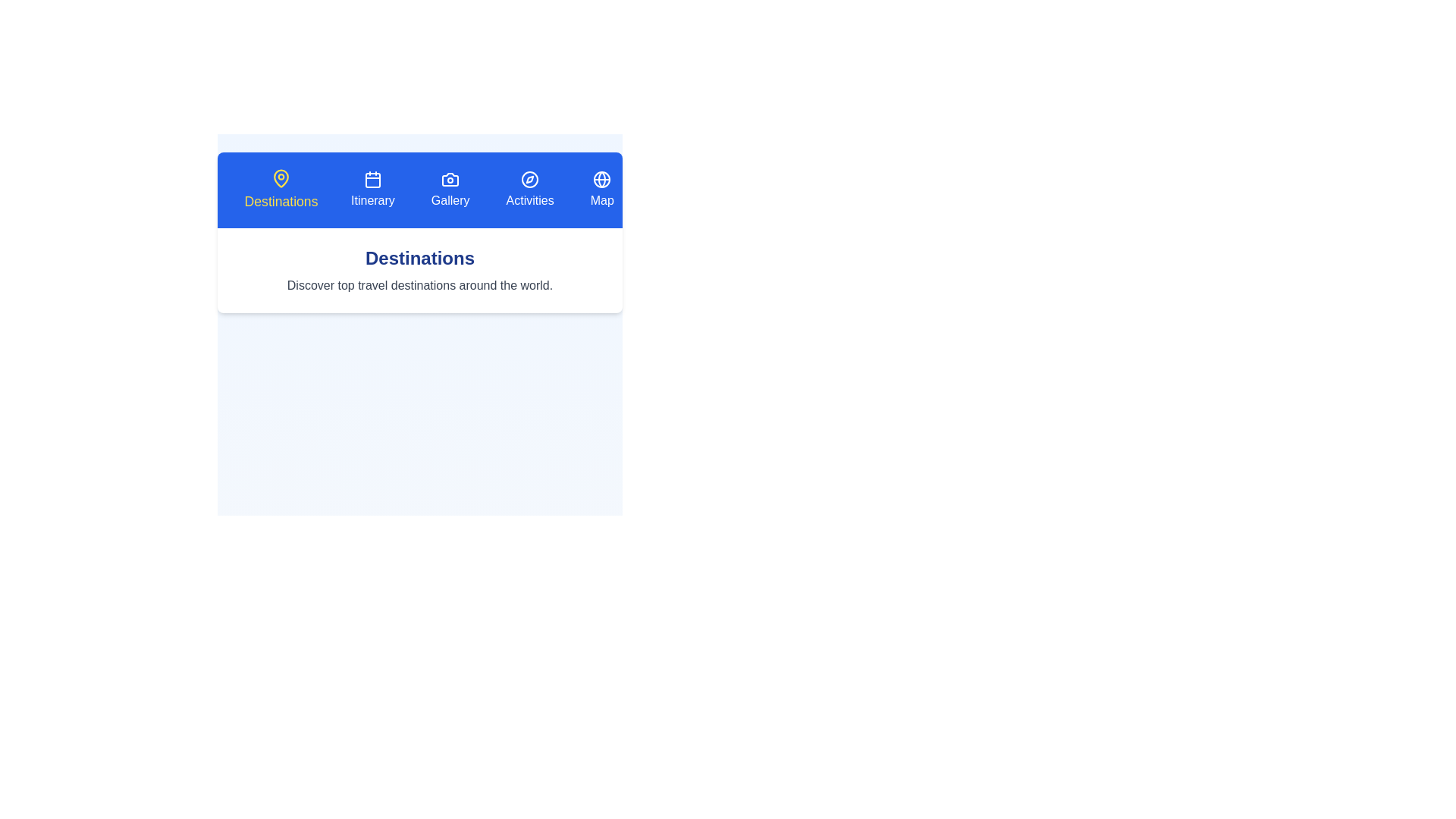  What do you see at coordinates (530, 178) in the screenshot?
I see `compass needle icon visually represented within the compass icon in the top blue navigation bar, which is the fourth icon from the left` at bounding box center [530, 178].